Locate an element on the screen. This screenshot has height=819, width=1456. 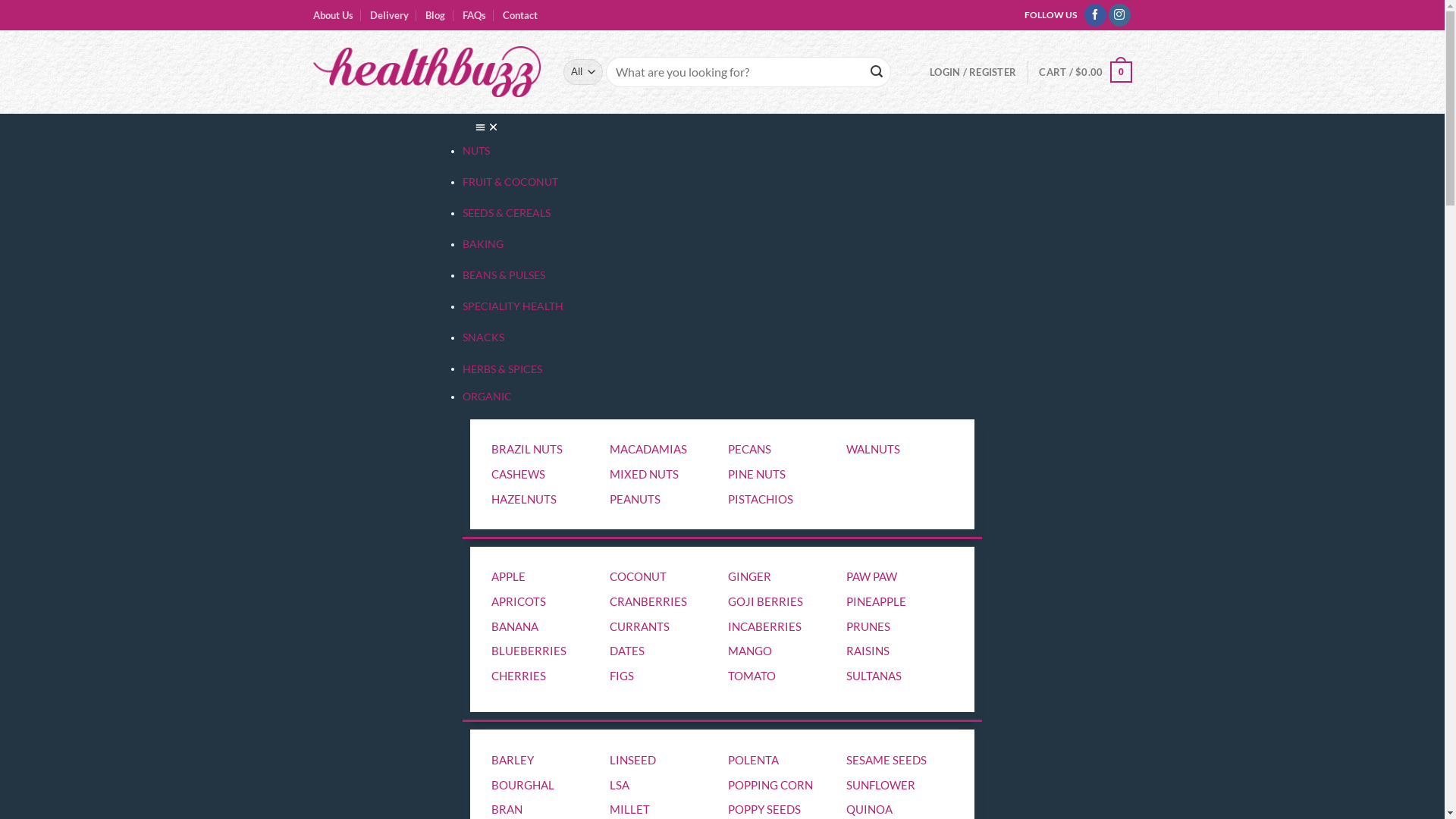
'RAISINS' is located at coordinates (868, 649).